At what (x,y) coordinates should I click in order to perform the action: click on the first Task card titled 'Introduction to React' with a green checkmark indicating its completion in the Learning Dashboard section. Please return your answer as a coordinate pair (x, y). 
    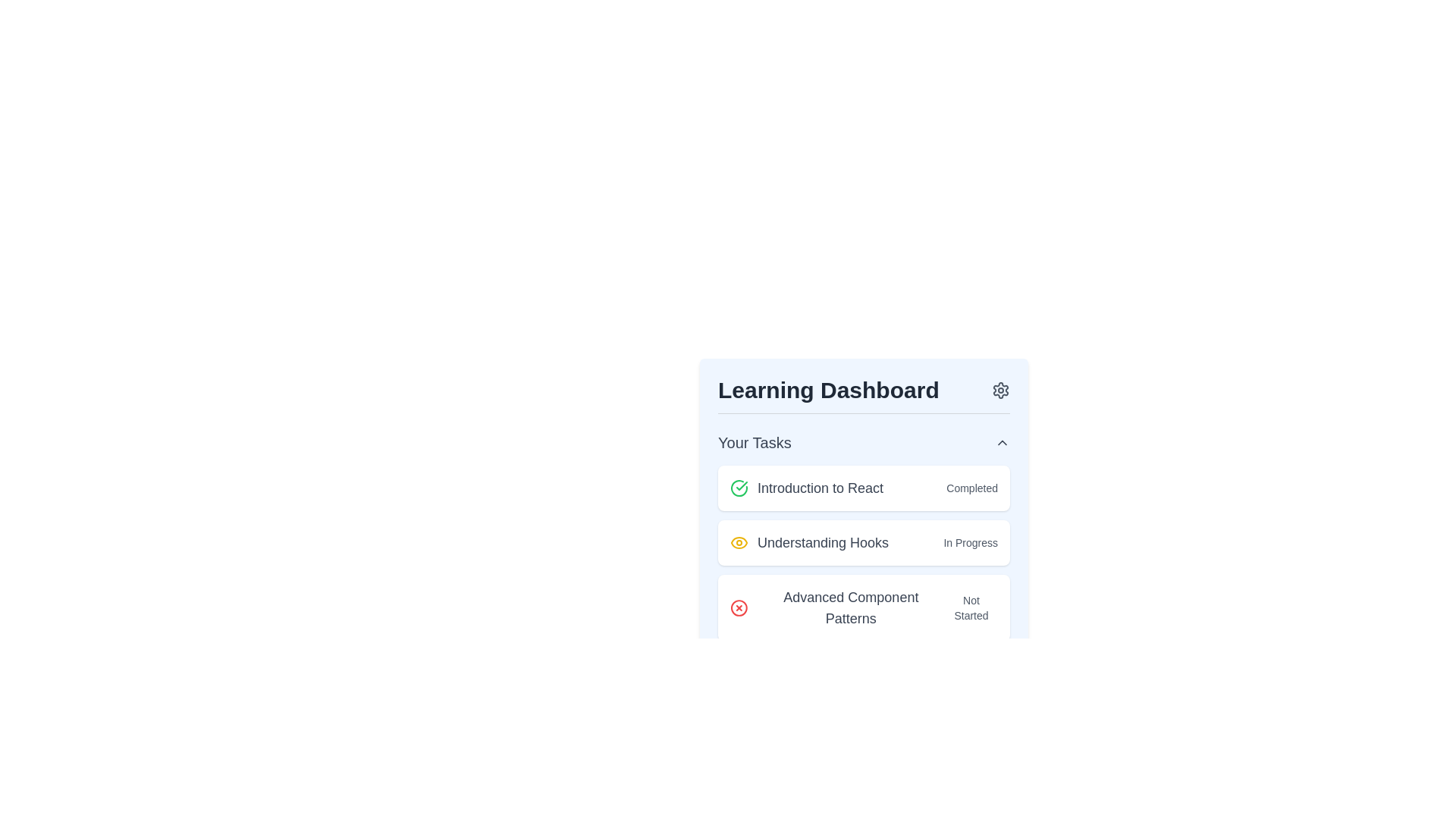
    Looking at the image, I should click on (864, 488).